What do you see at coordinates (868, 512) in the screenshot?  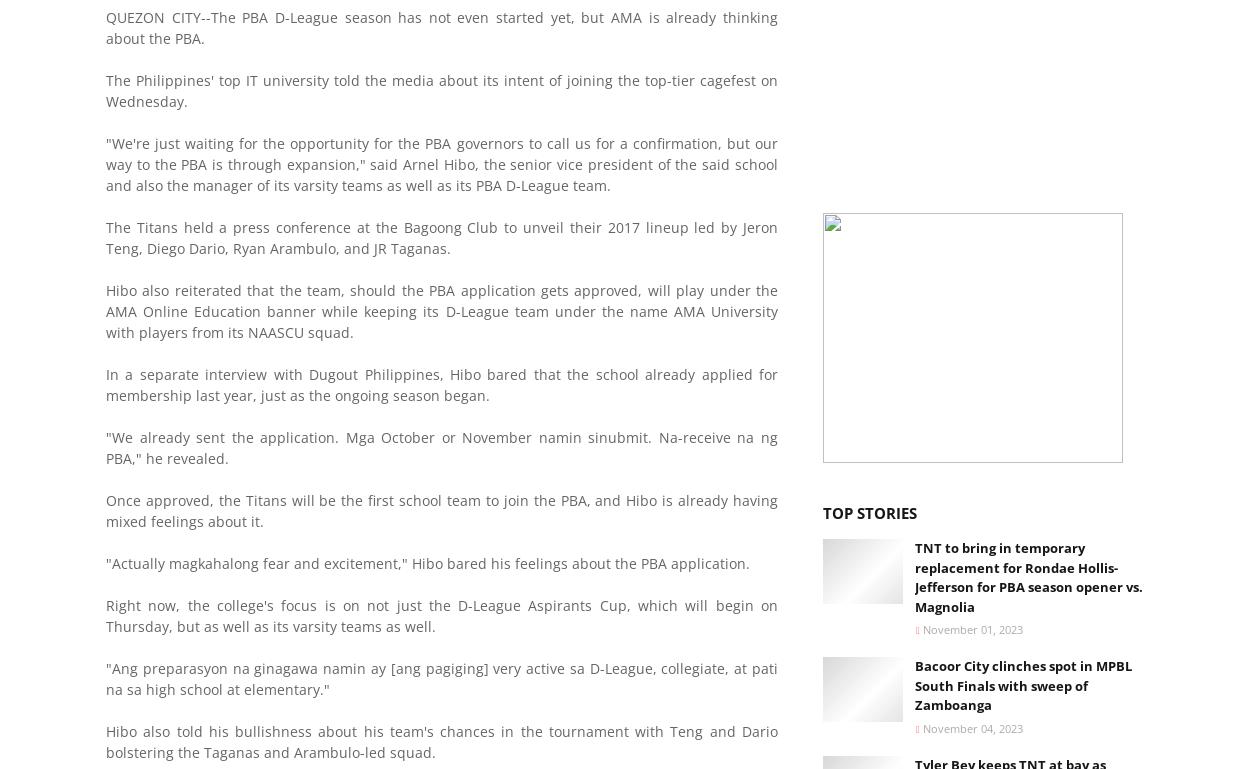 I see `'Top Stories'` at bounding box center [868, 512].